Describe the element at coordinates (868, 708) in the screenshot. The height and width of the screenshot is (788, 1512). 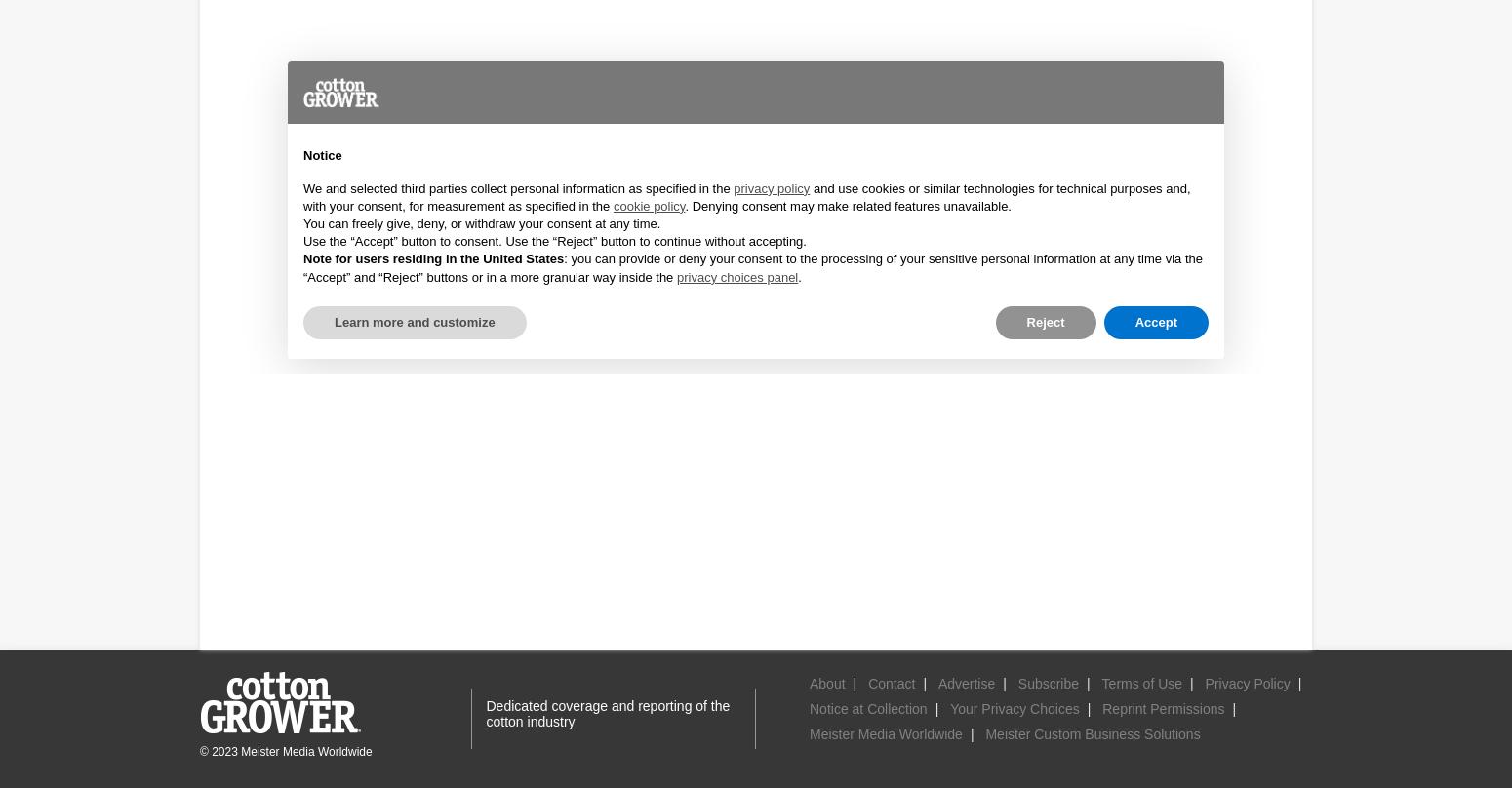
I see `'Notice at Collection'` at that location.